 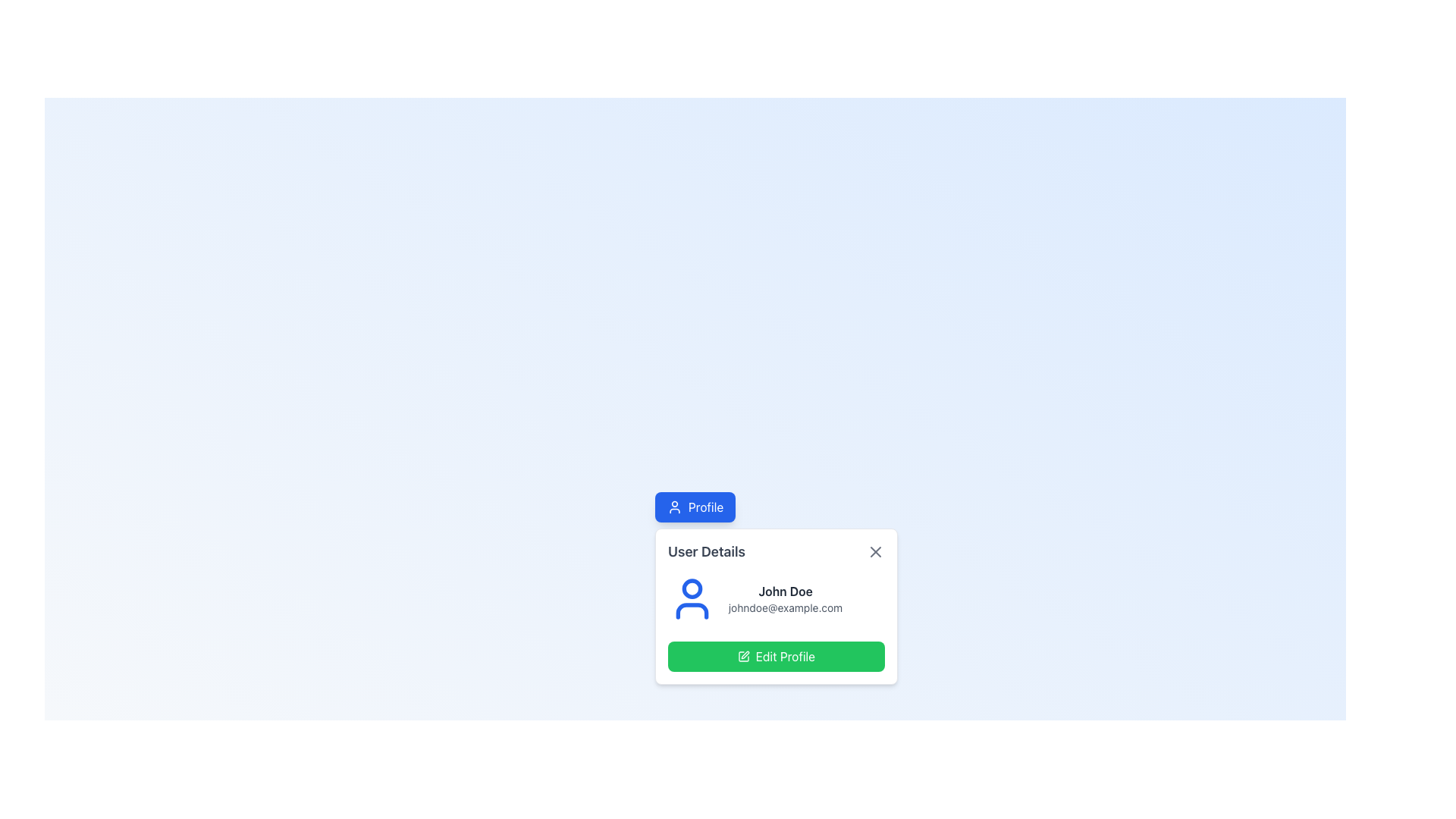 I want to click on the small blue circular shape located at the top-center of the larger user icon graphic, which represents the head component of the icon, so click(x=691, y=588).